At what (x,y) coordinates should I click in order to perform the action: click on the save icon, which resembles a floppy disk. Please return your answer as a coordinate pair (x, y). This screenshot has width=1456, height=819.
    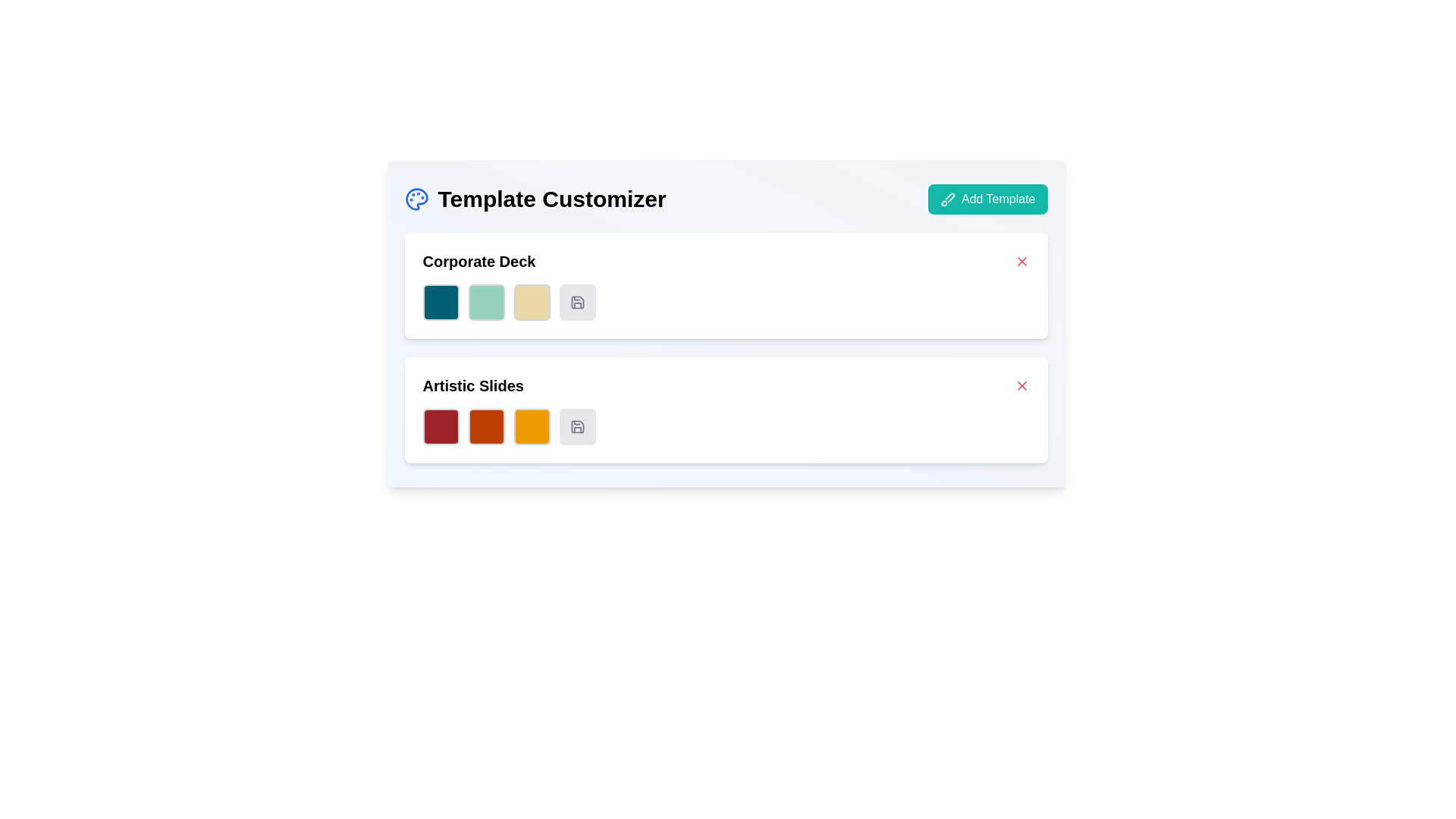
    Looking at the image, I should click on (576, 302).